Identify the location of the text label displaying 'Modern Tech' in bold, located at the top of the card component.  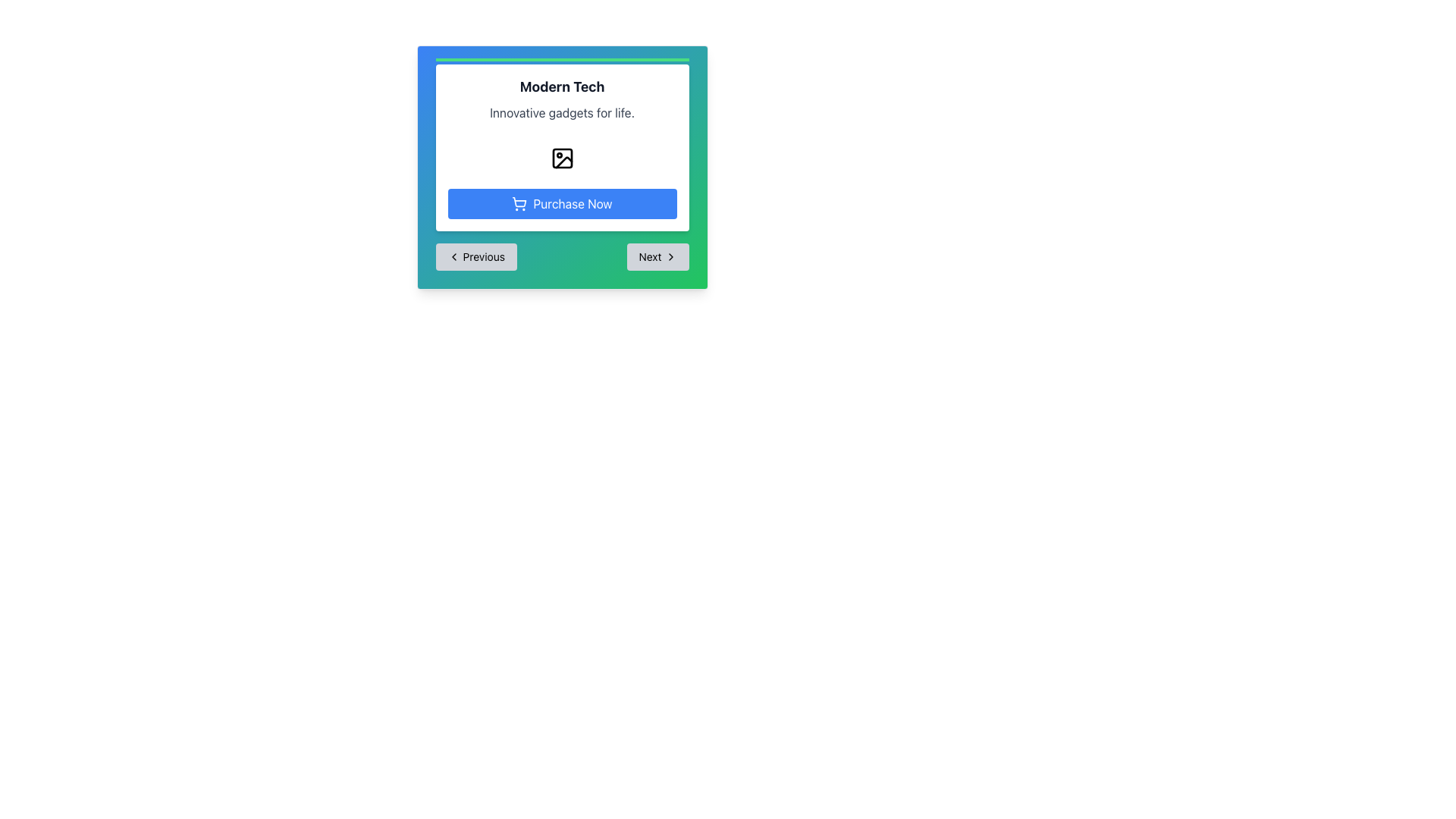
(561, 87).